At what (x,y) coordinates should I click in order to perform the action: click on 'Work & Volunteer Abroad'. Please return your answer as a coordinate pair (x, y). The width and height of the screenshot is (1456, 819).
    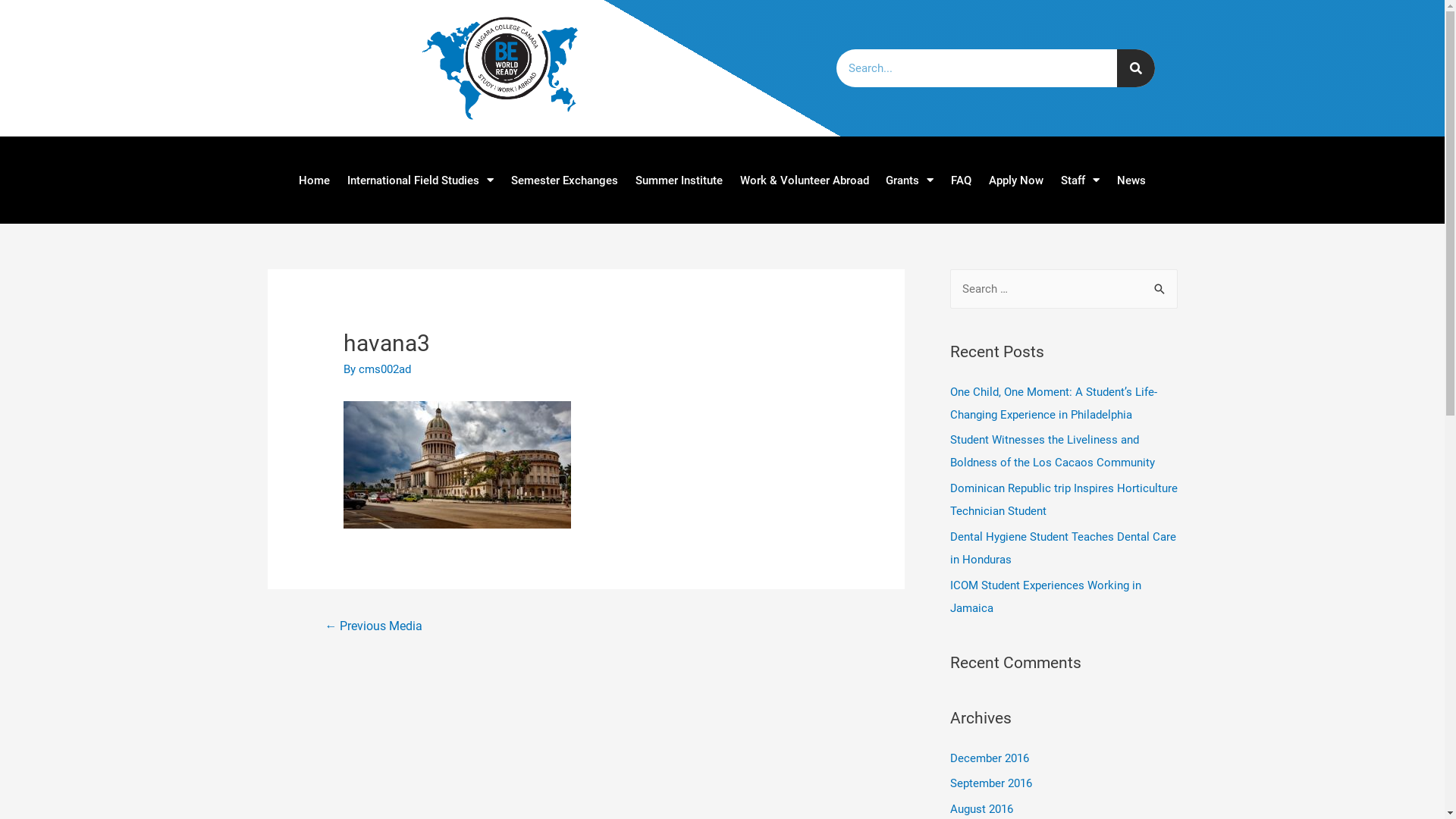
    Looking at the image, I should click on (731, 178).